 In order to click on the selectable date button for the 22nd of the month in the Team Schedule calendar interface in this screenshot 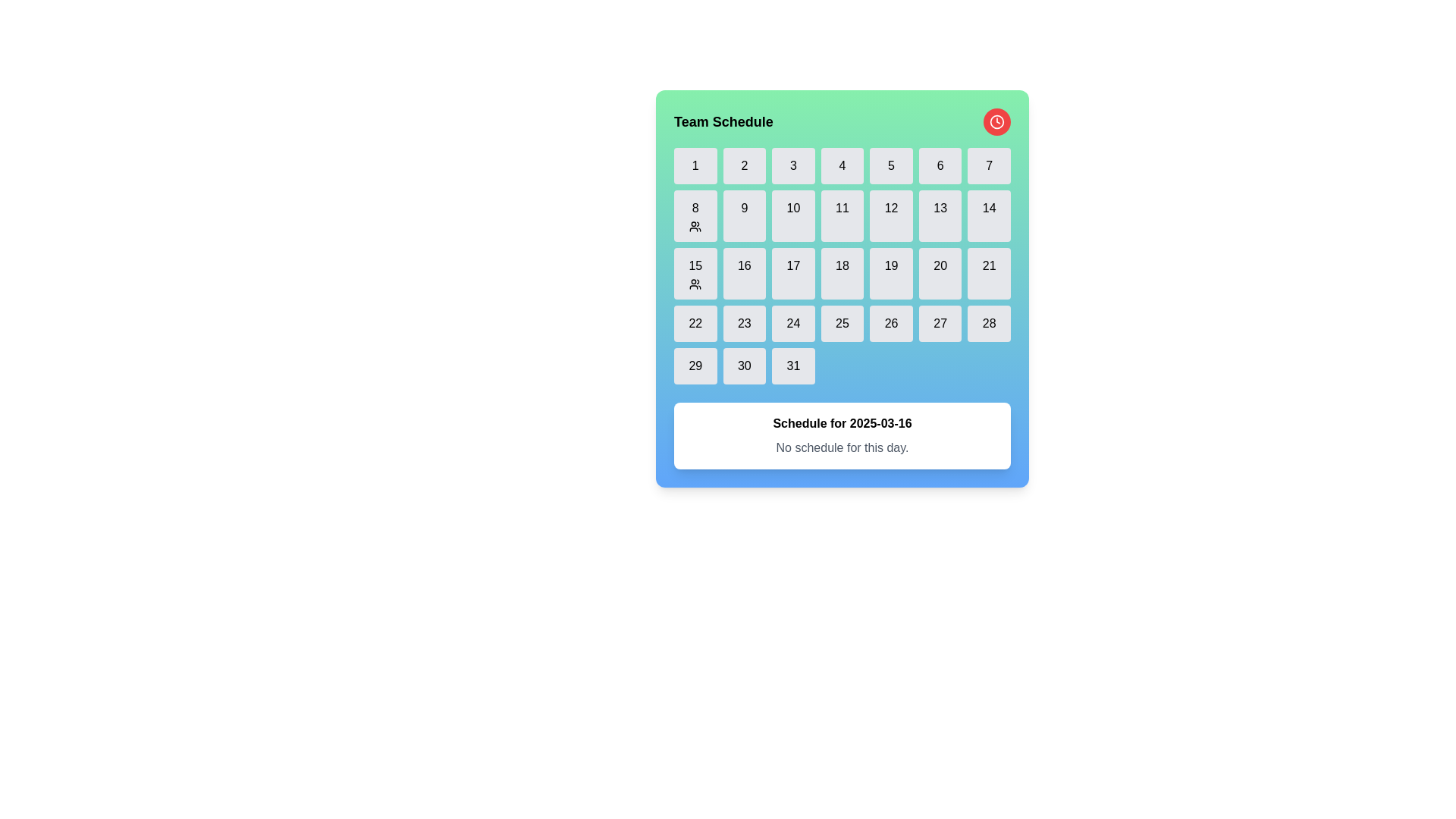, I will do `click(695, 323)`.